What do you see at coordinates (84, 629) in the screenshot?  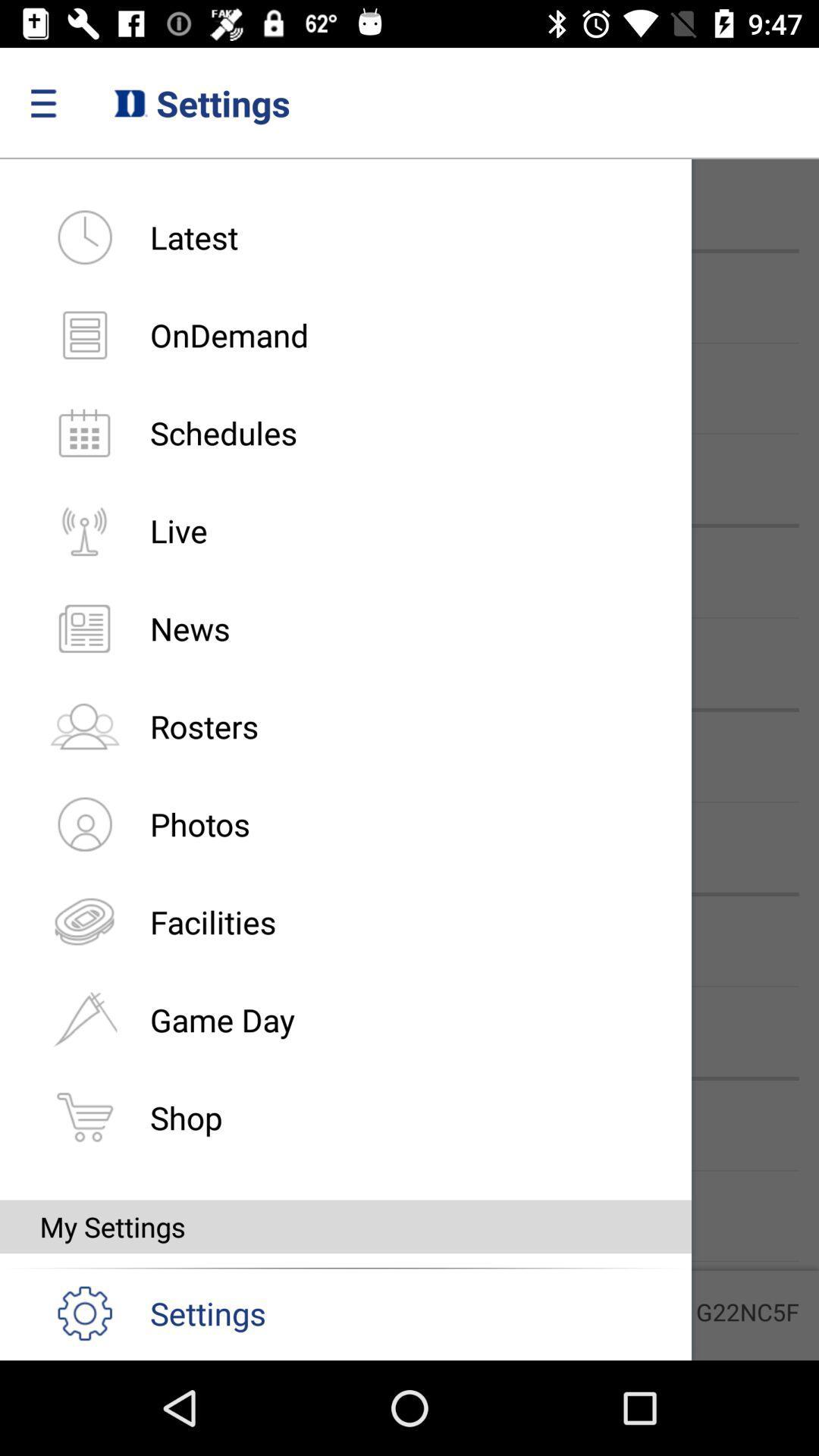 I see `left of news` at bounding box center [84, 629].